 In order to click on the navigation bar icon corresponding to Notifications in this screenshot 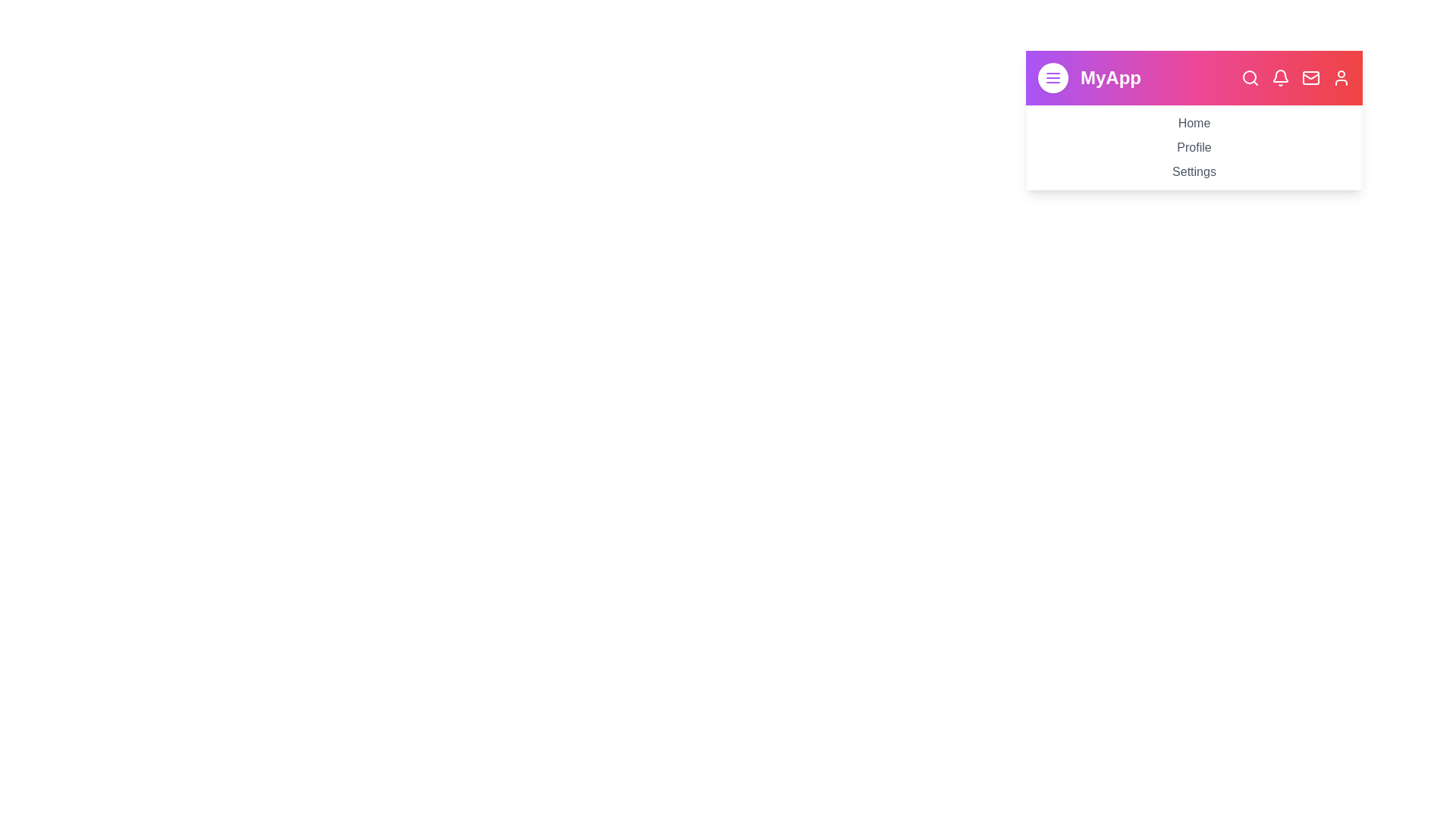, I will do `click(1280, 78)`.